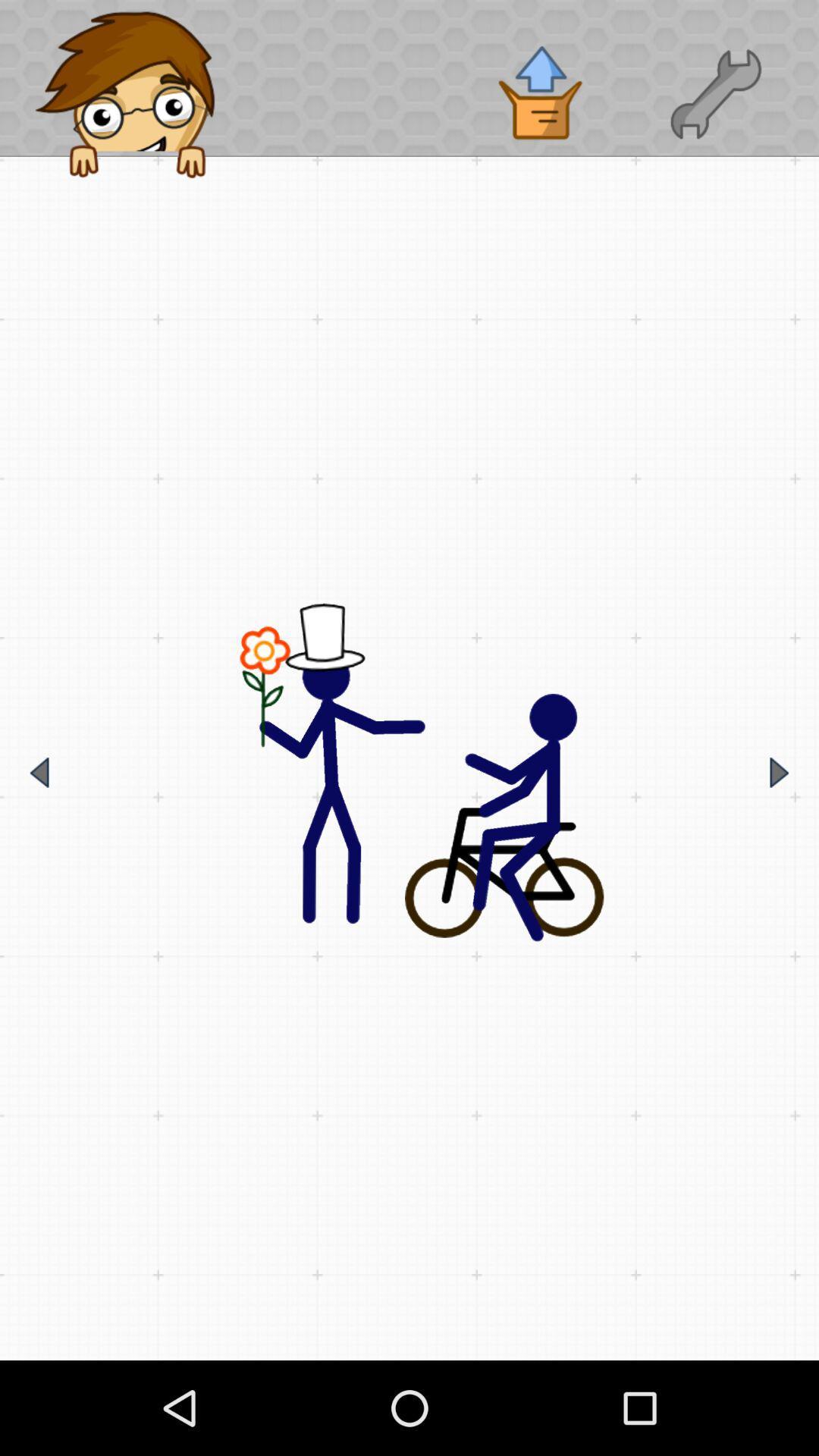 The image size is (819, 1456). What do you see at coordinates (779, 772) in the screenshot?
I see `play option` at bounding box center [779, 772].